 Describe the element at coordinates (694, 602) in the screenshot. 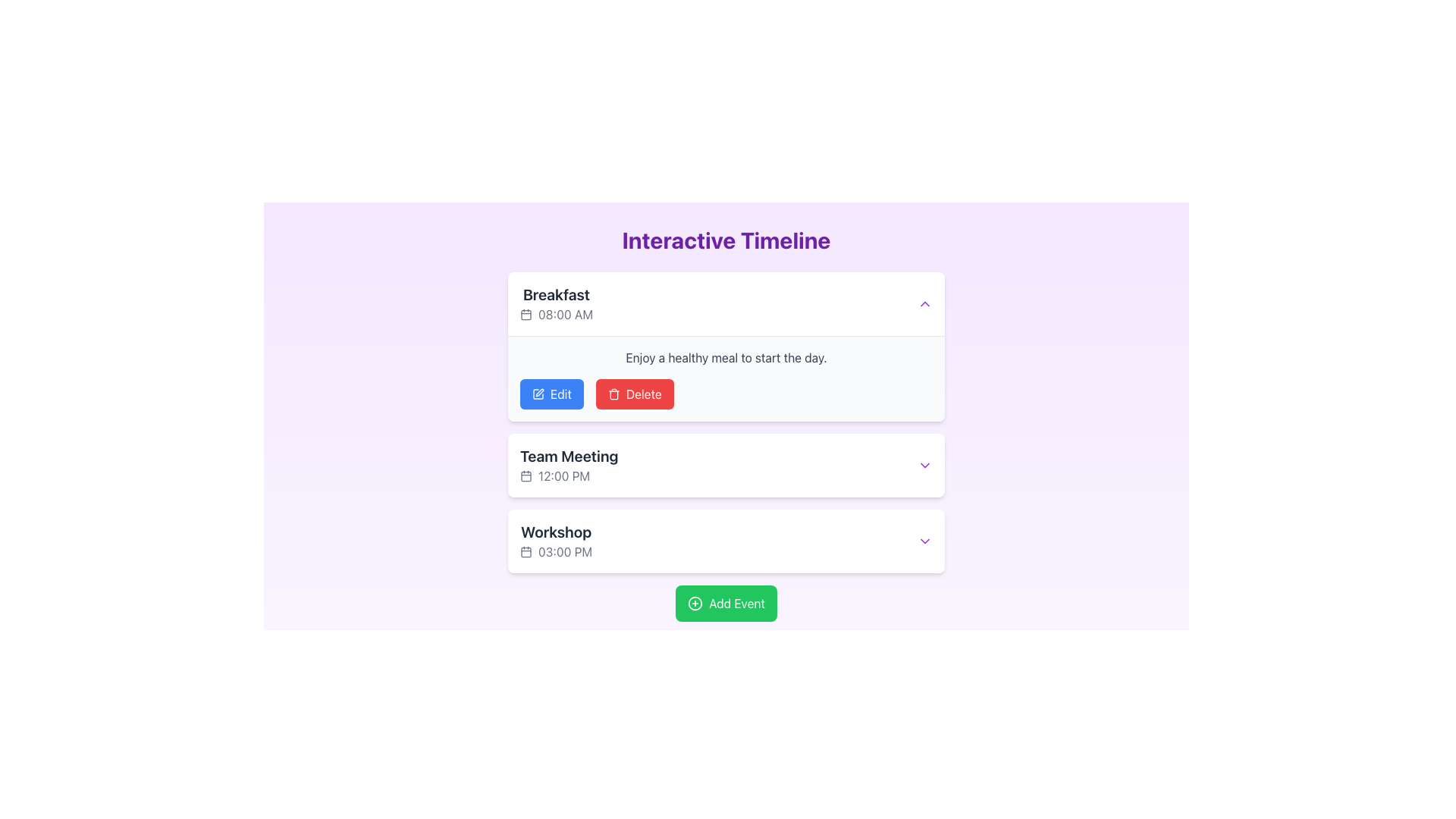

I see `the circular graphic icon with a plus sign within the green 'Add Event' button to initiate the action associated with the button` at that location.